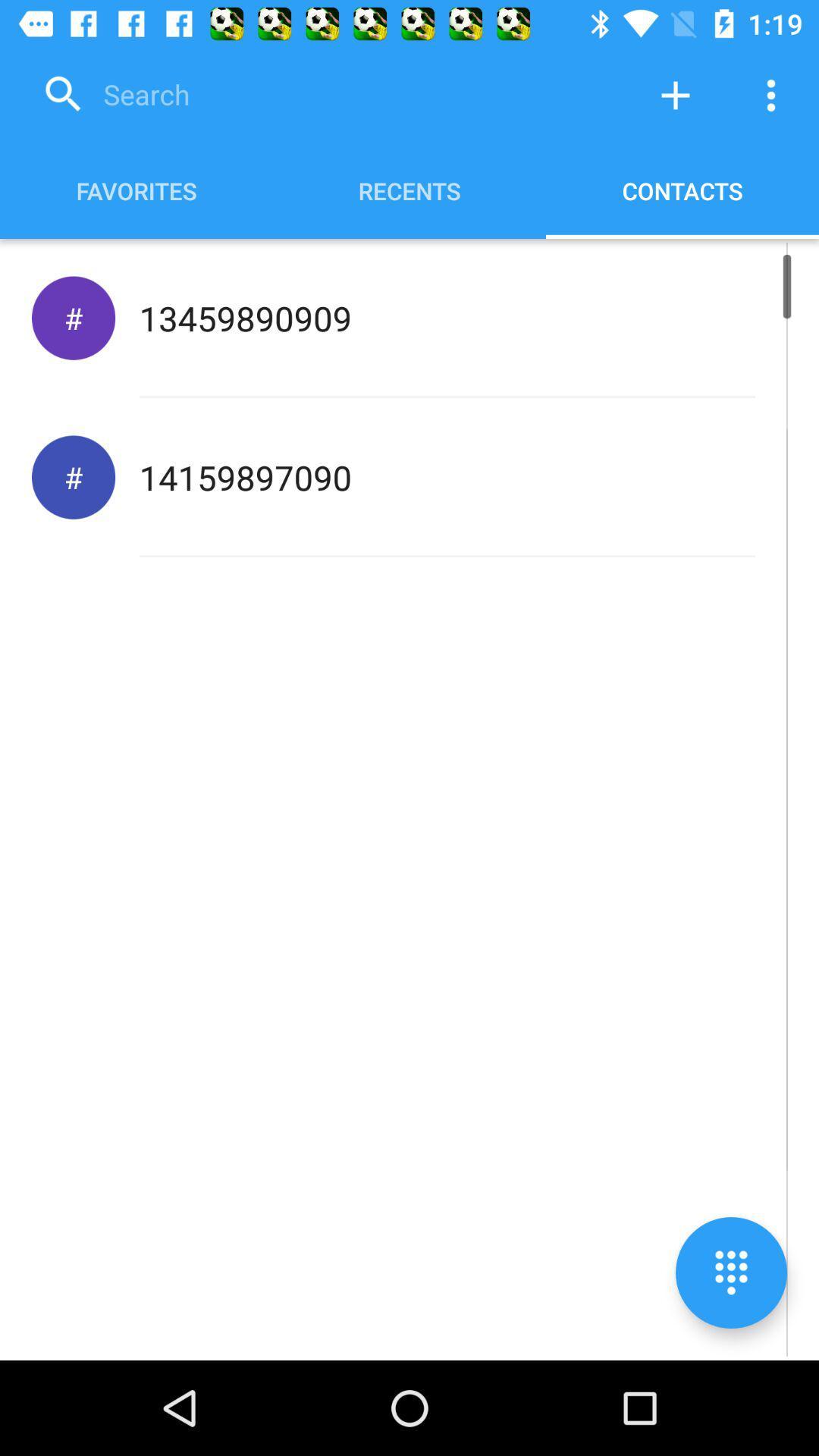 Image resolution: width=819 pixels, height=1456 pixels. What do you see at coordinates (675, 94) in the screenshot?
I see `contact` at bounding box center [675, 94].